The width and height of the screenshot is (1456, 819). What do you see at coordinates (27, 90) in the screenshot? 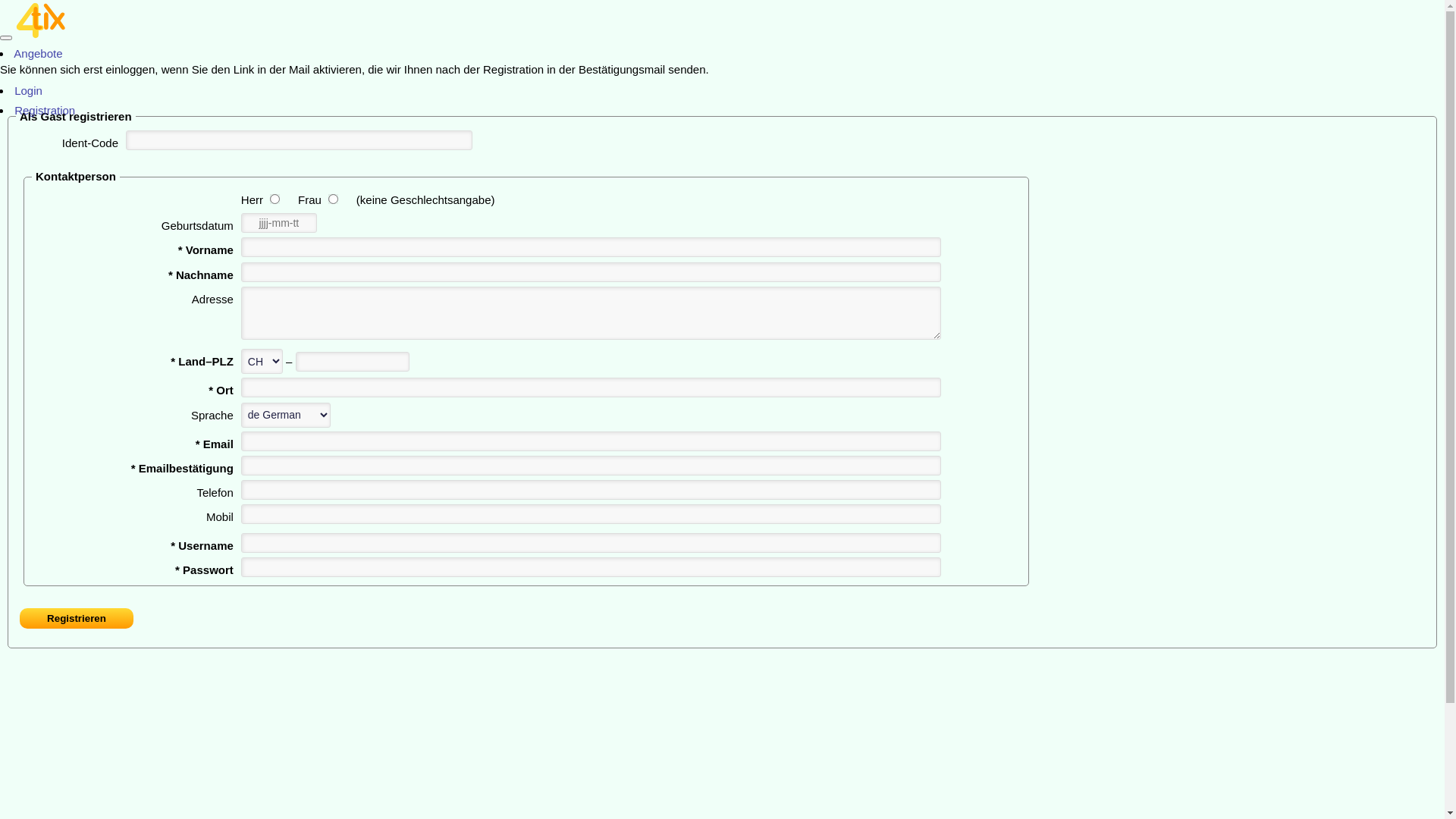
I see `' Login'` at bounding box center [27, 90].